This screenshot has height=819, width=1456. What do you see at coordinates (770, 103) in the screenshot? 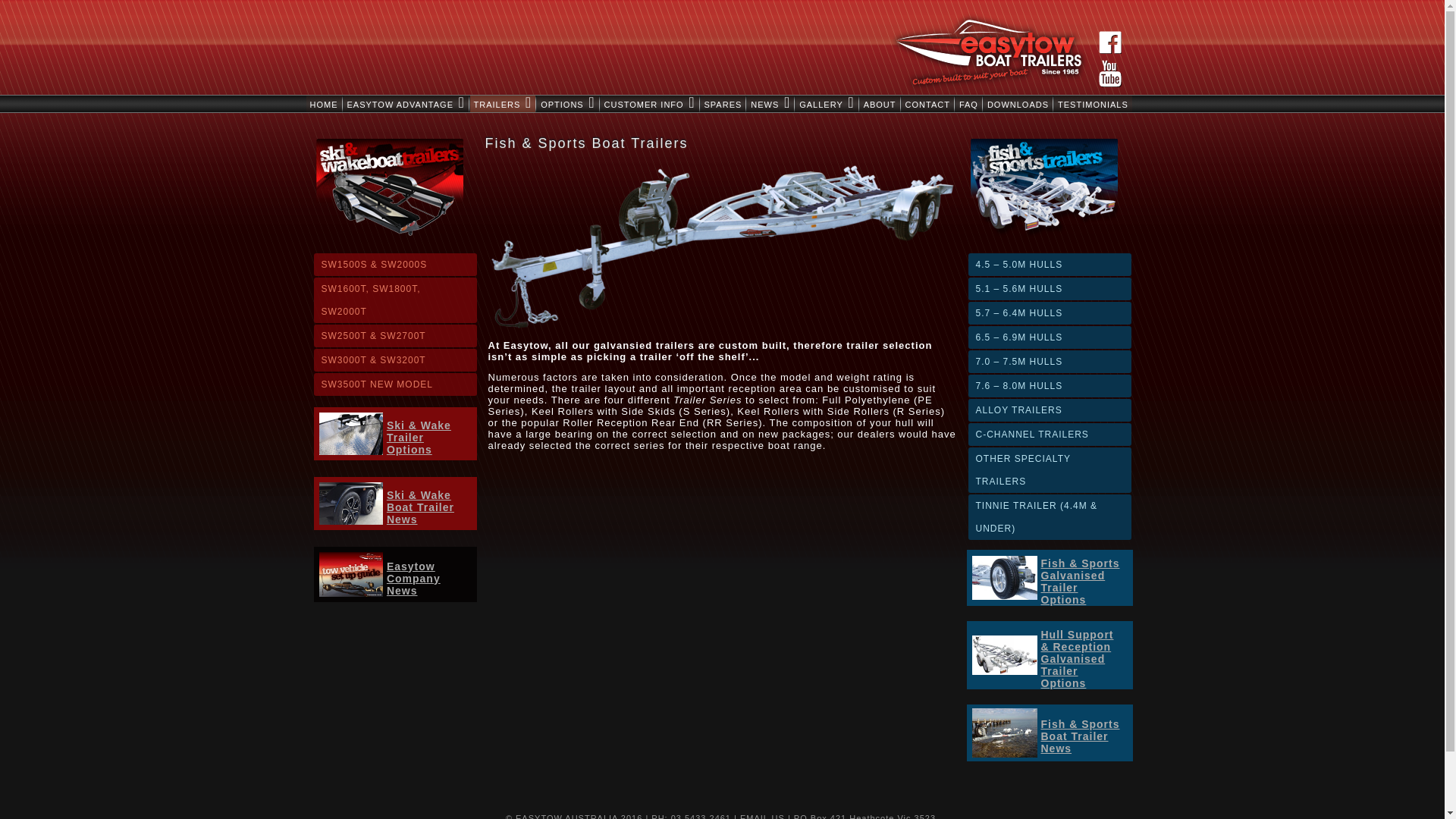
I see `'NEWS'` at bounding box center [770, 103].